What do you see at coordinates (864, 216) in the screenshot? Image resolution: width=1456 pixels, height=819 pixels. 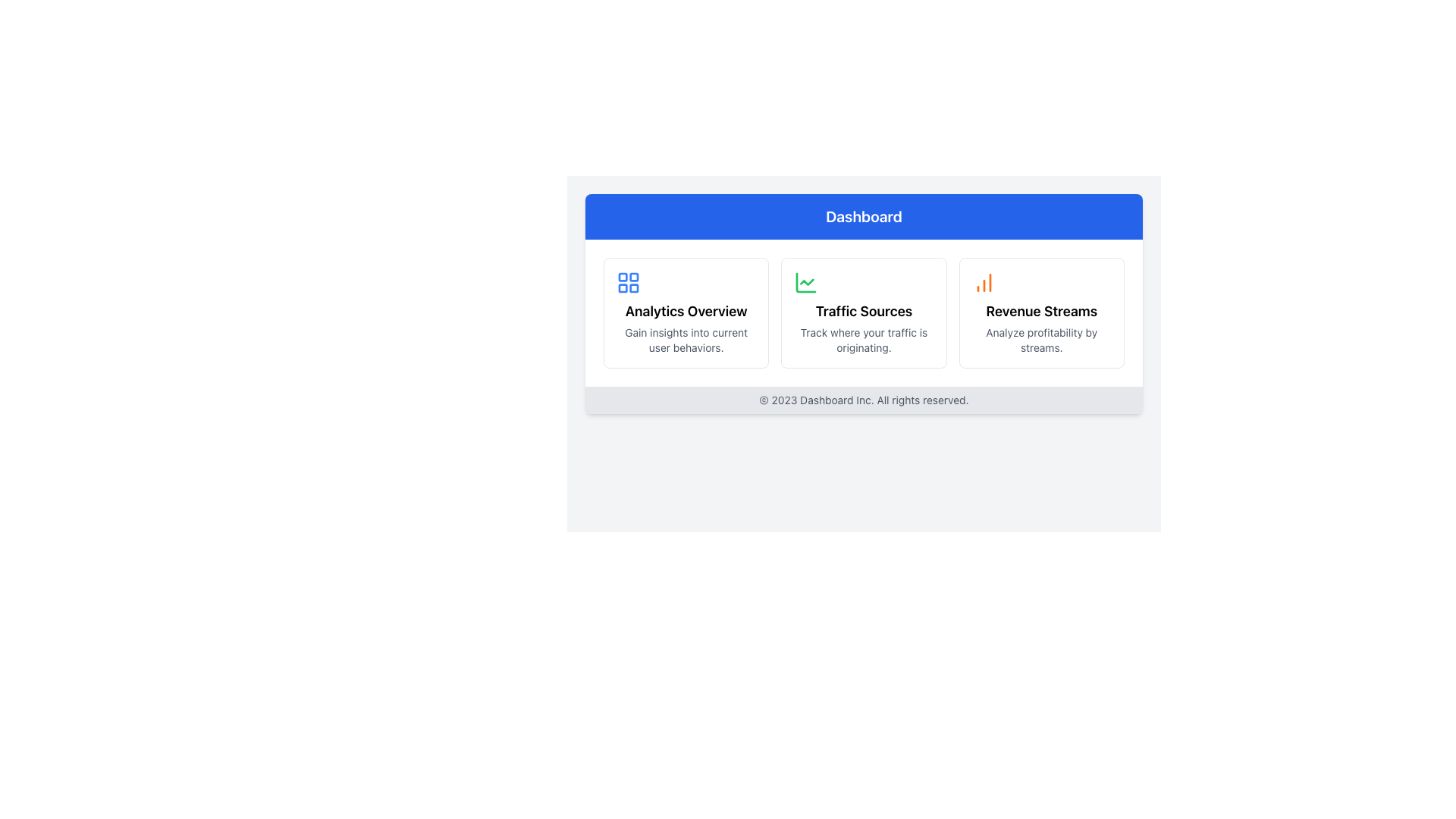 I see `the 'Dashboard' text label, which is styled with a large bold font and located on a blue background in the header bar` at bounding box center [864, 216].